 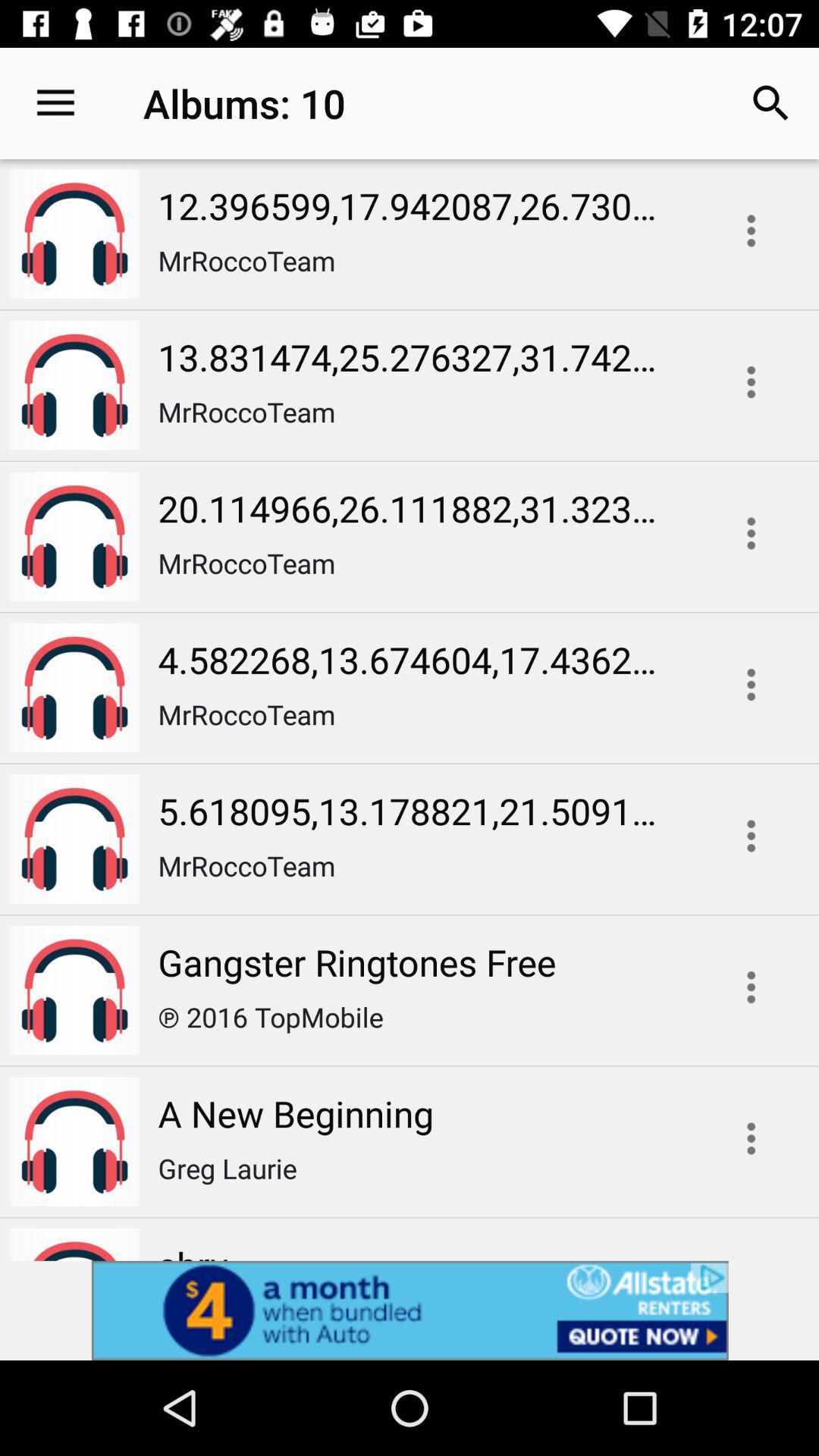 I want to click on expand information, so click(x=751, y=835).